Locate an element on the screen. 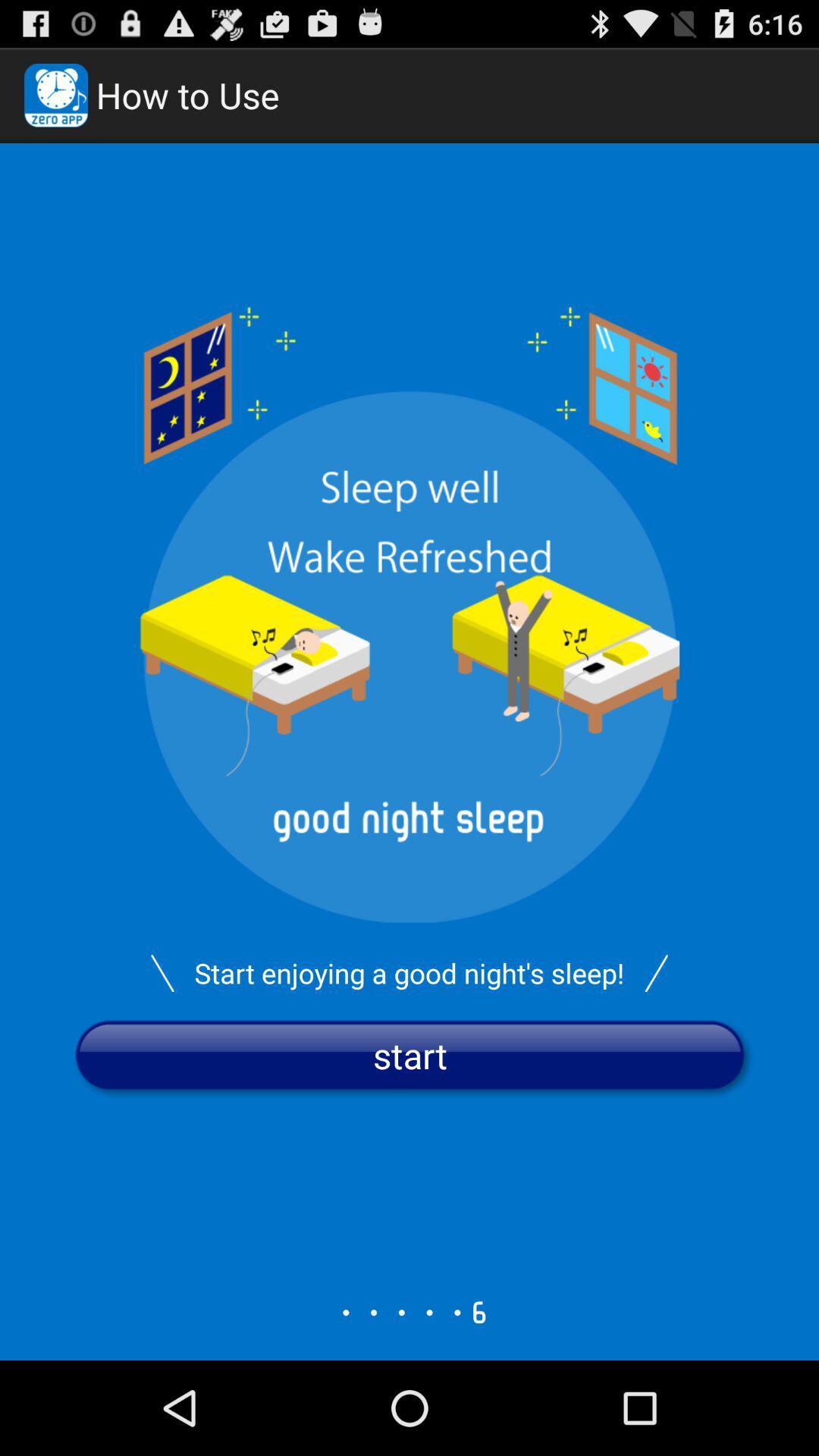  symbol to the left of the text above start button is located at coordinates (162, 973).